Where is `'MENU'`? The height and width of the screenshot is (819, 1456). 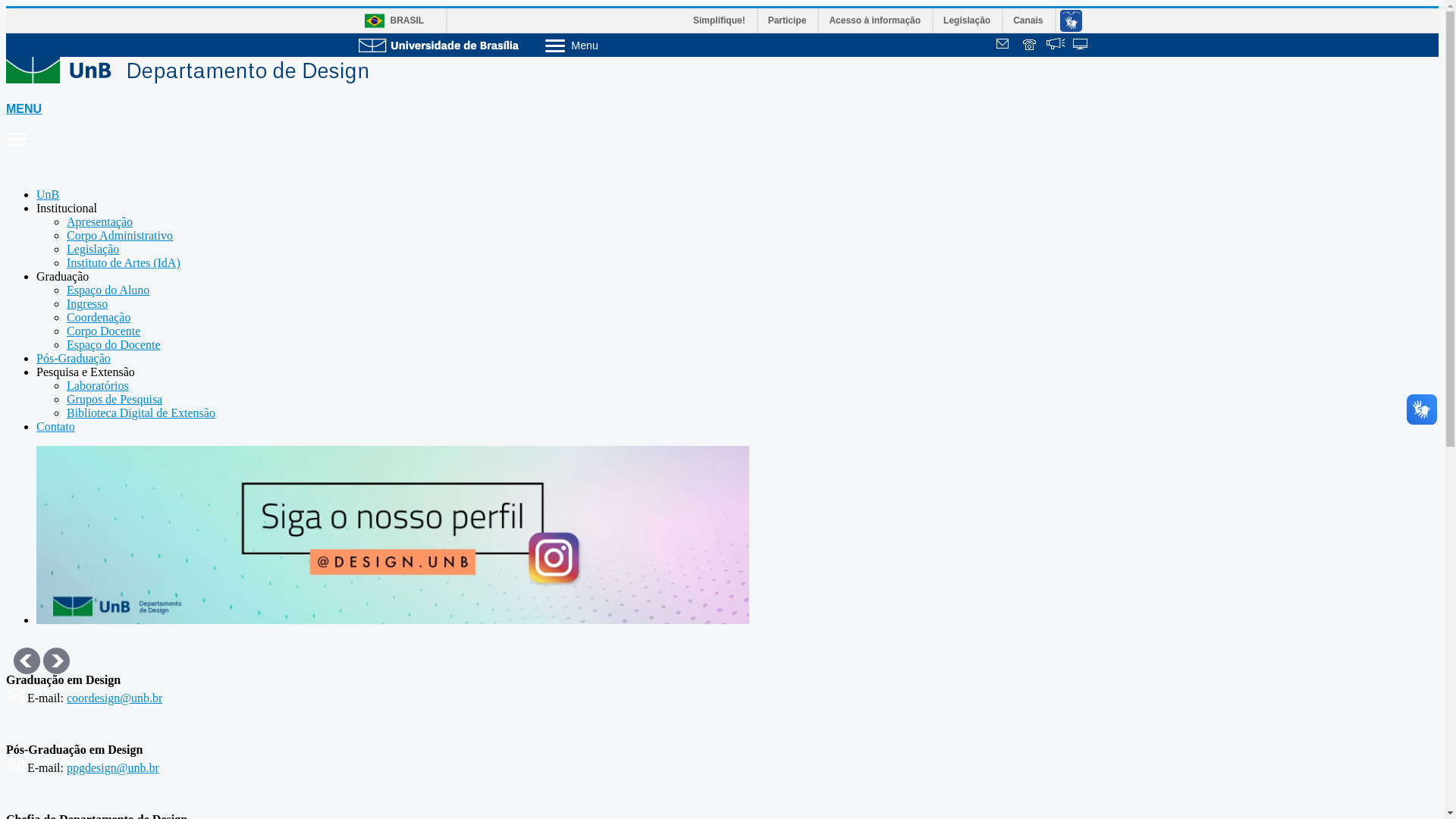 'MENU' is located at coordinates (6, 124).